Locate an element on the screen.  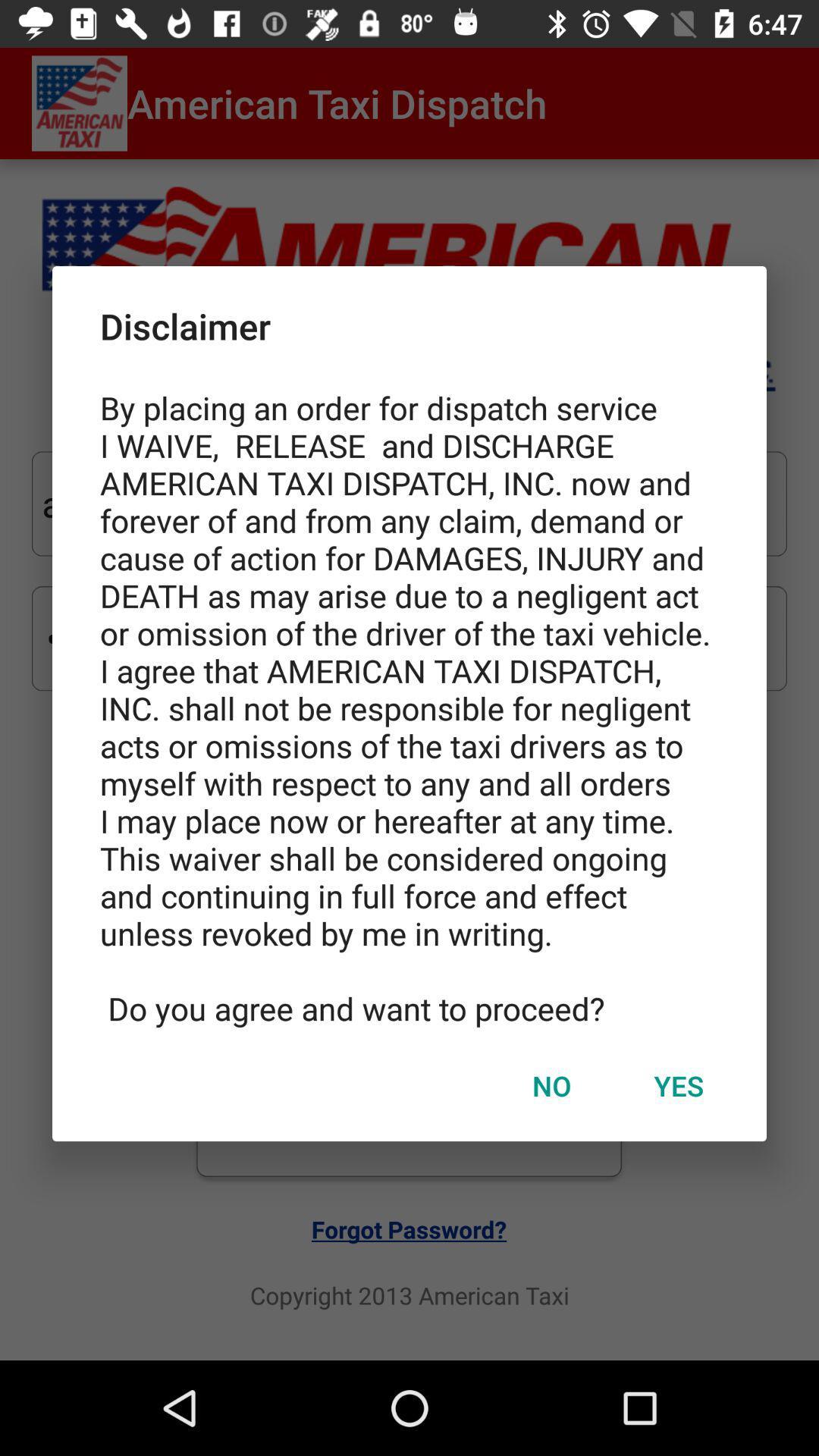
the item below the by placing an item is located at coordinates (551, 1084).